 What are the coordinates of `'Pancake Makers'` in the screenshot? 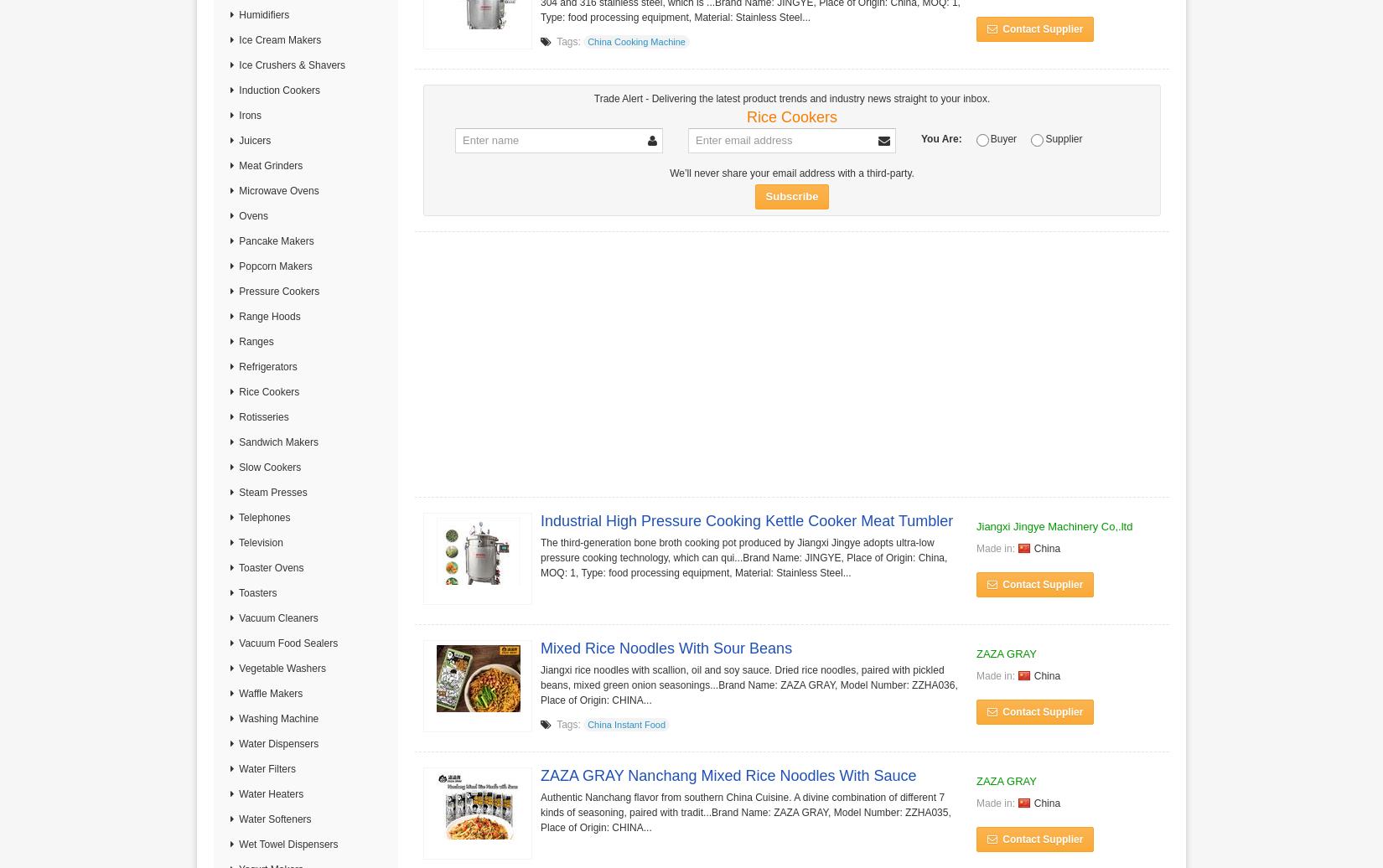 It's located at (275, 241).